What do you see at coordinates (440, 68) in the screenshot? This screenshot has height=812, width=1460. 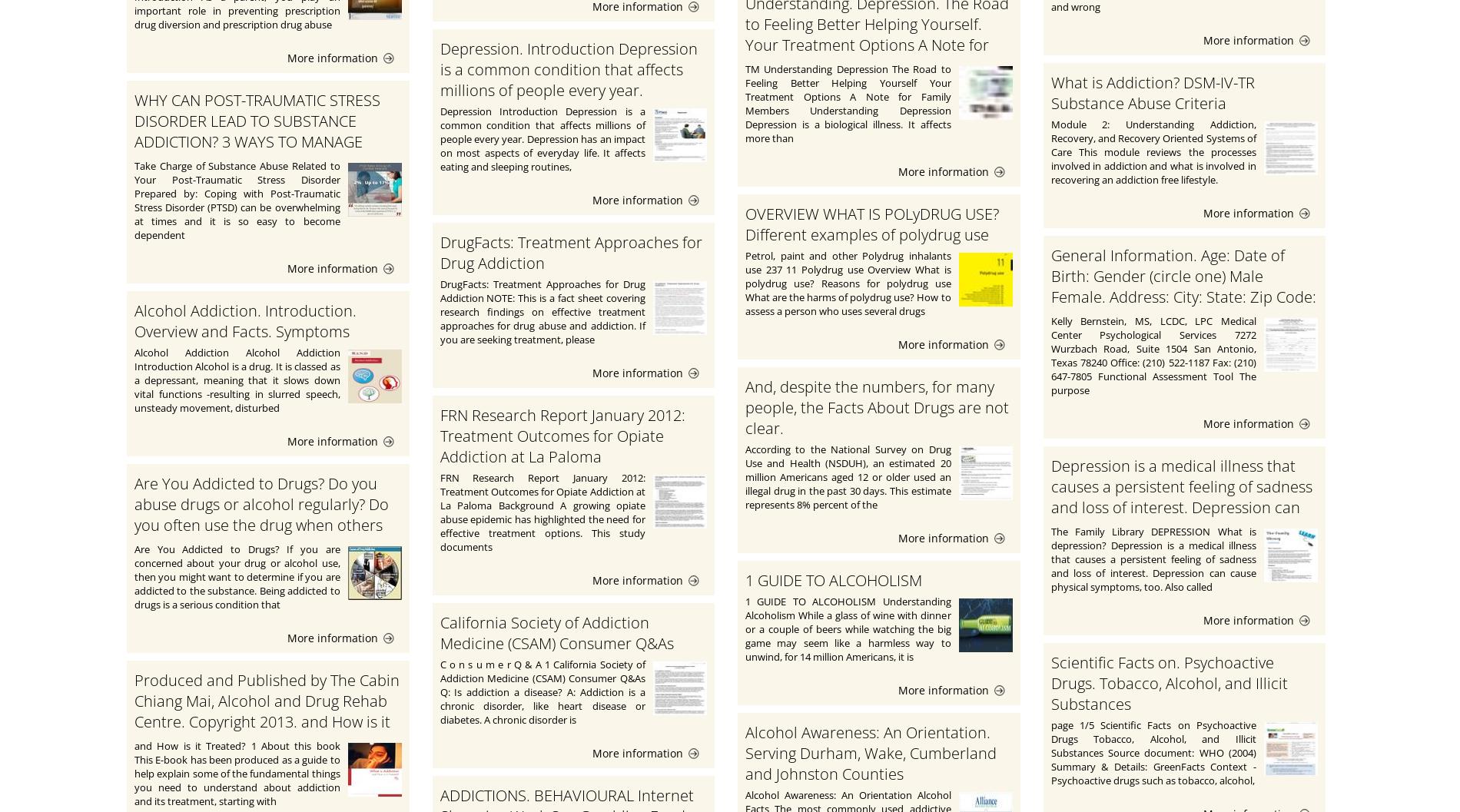 I see `'Depression. Introduction Depression is a common condition that affects millions of people every year.'` at bounding box center [440, 68].